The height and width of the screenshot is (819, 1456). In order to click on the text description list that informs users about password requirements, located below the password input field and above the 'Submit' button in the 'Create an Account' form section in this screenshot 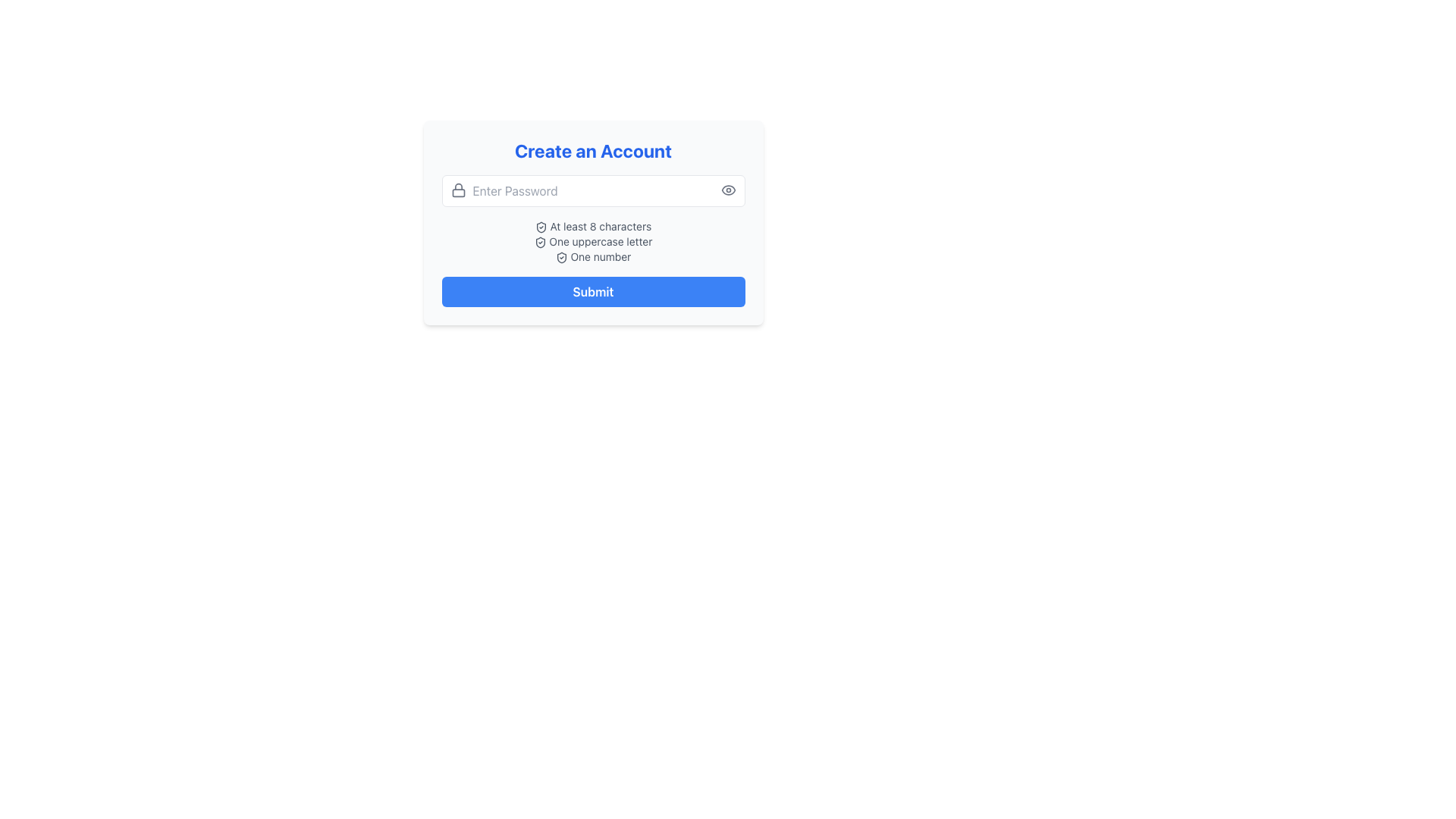, I will do `click(592, 241)`.